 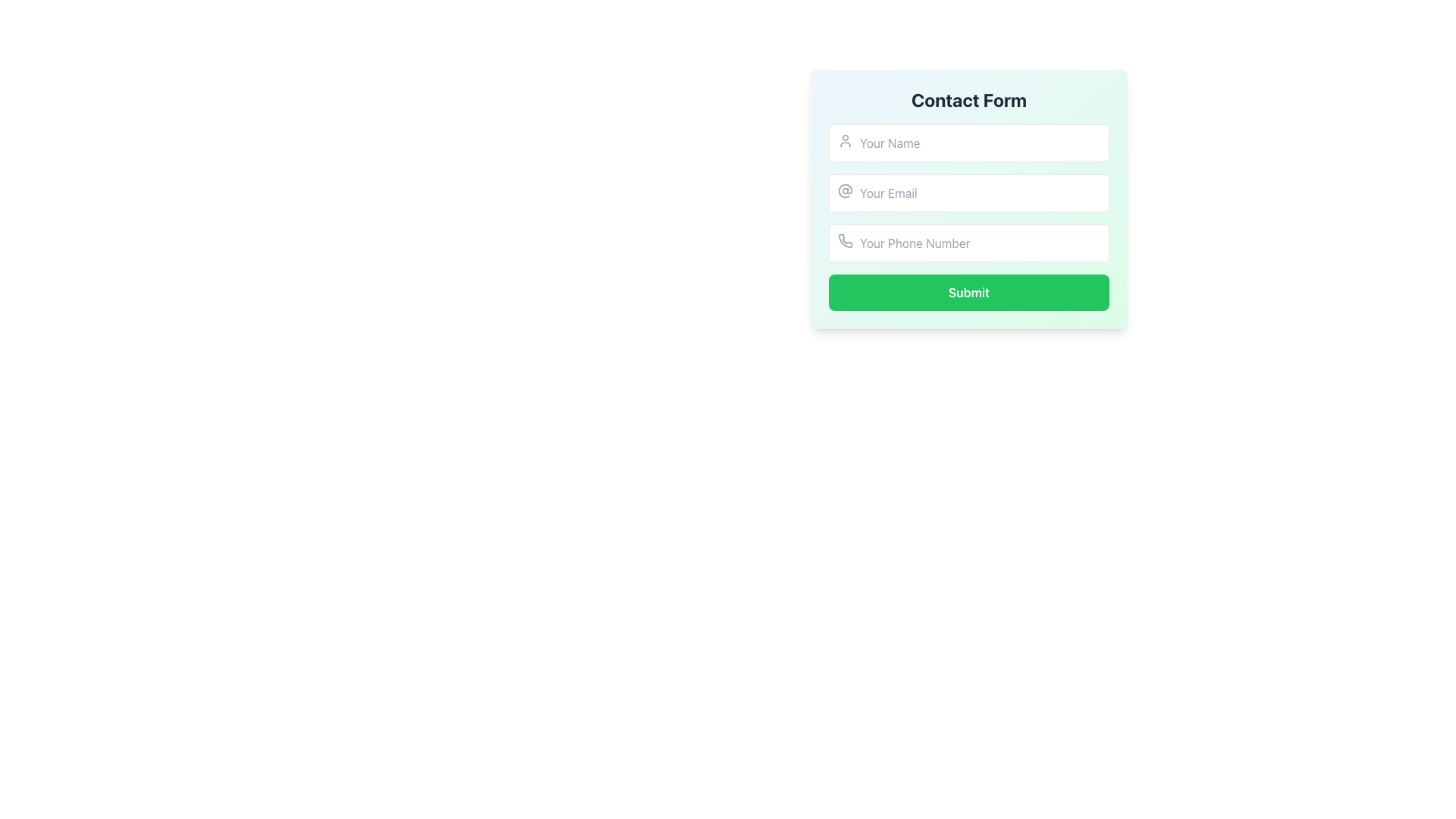 What do you see at coordinates (844, 190) in the screenshot?
I see `the SVG icon representing email` at bounding box center [844, 190].